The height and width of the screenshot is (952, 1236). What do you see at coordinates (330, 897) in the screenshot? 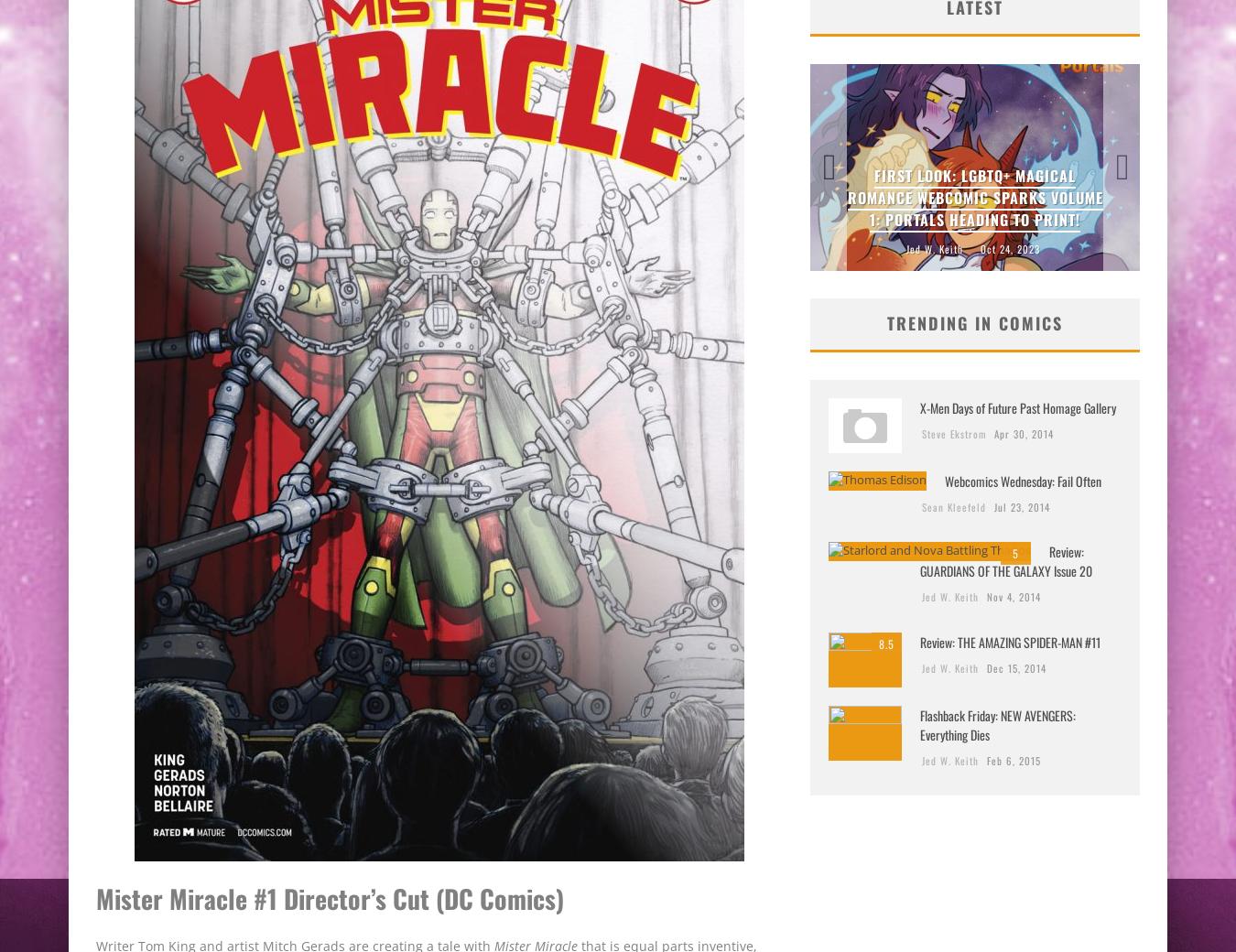
I see `'Mister Miracle #1 Director’s Cut (DC Comics)'` at bounding box center [330, 897].